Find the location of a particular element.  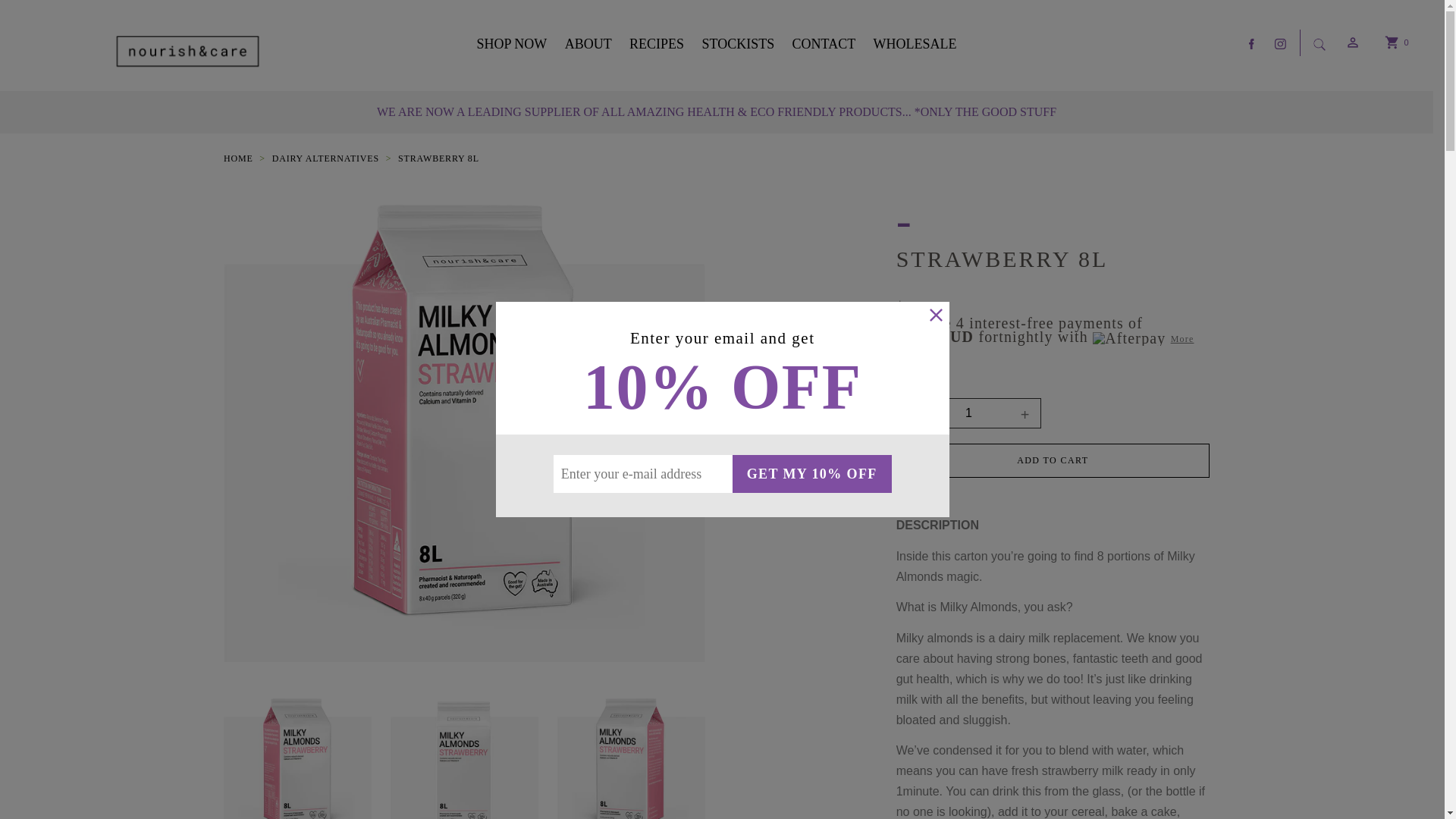

'WHOLESALE' is located at coordinates (911, 43).